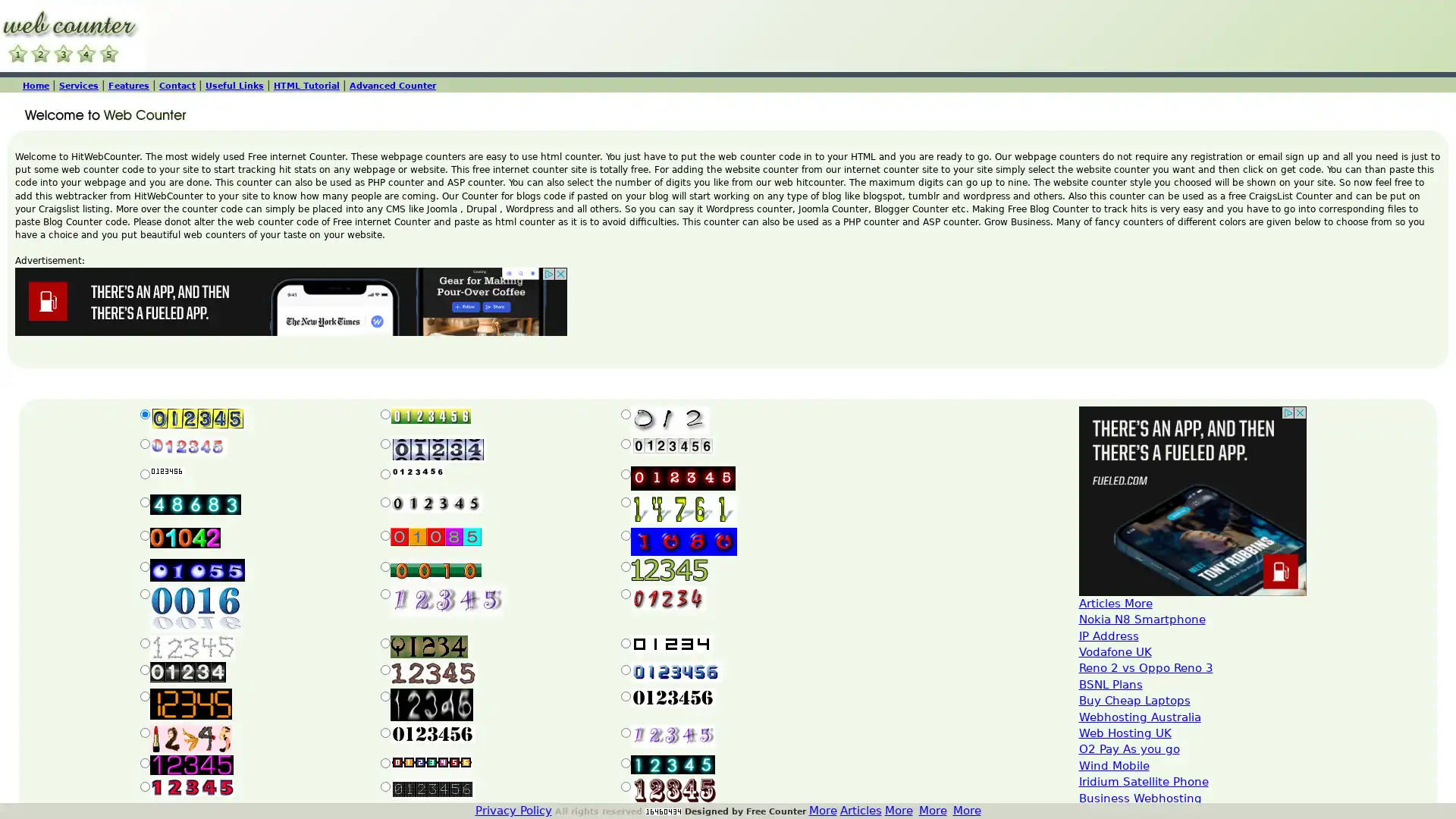 This screenshot has height=819, width=1456. What do you see at coordinates (195, 607) in the screenshot?
I see `Submit` at bounding box center [195, 607].